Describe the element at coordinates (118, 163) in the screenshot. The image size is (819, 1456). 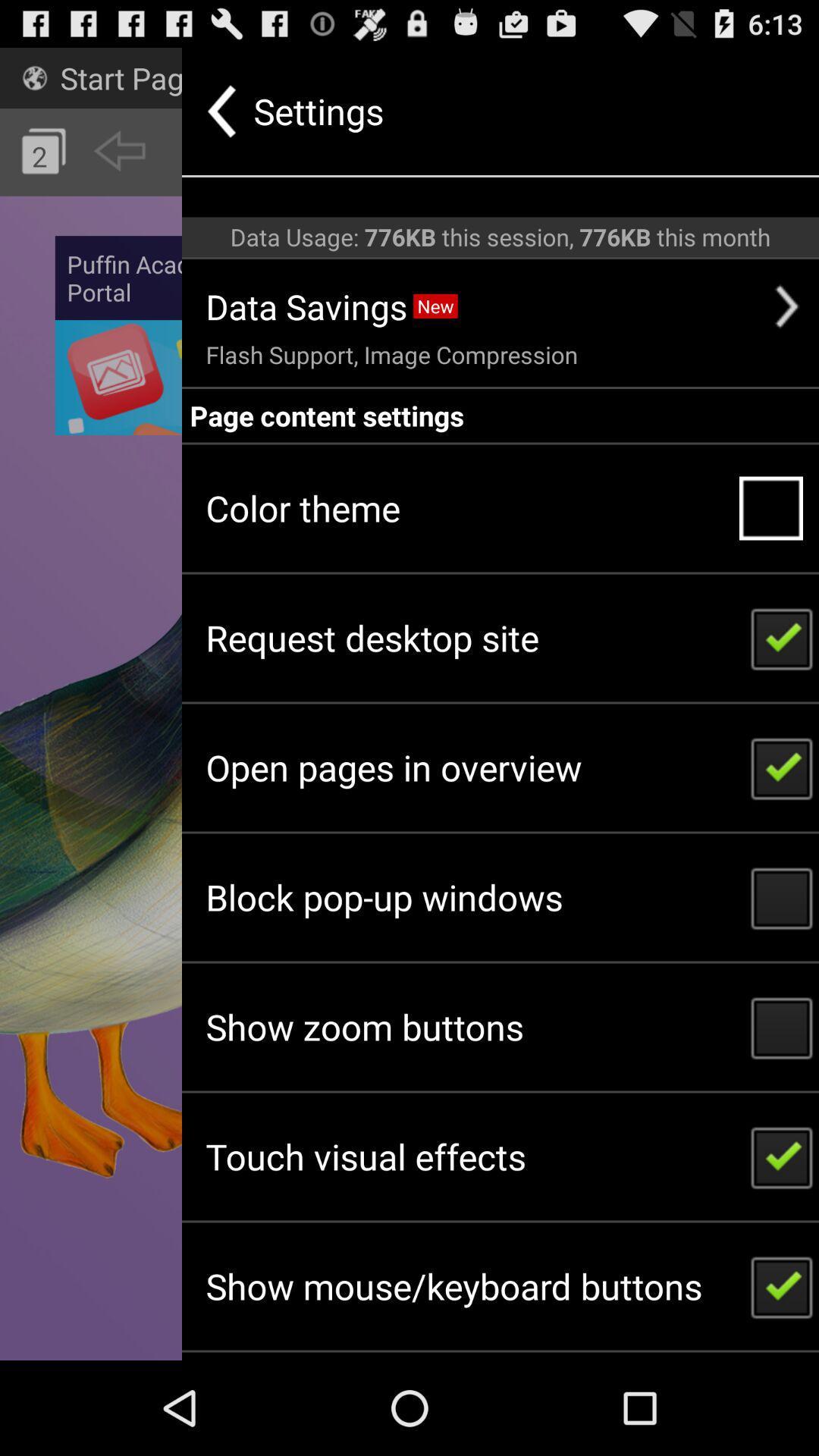
I see `the arrow_backward icon` at that location.